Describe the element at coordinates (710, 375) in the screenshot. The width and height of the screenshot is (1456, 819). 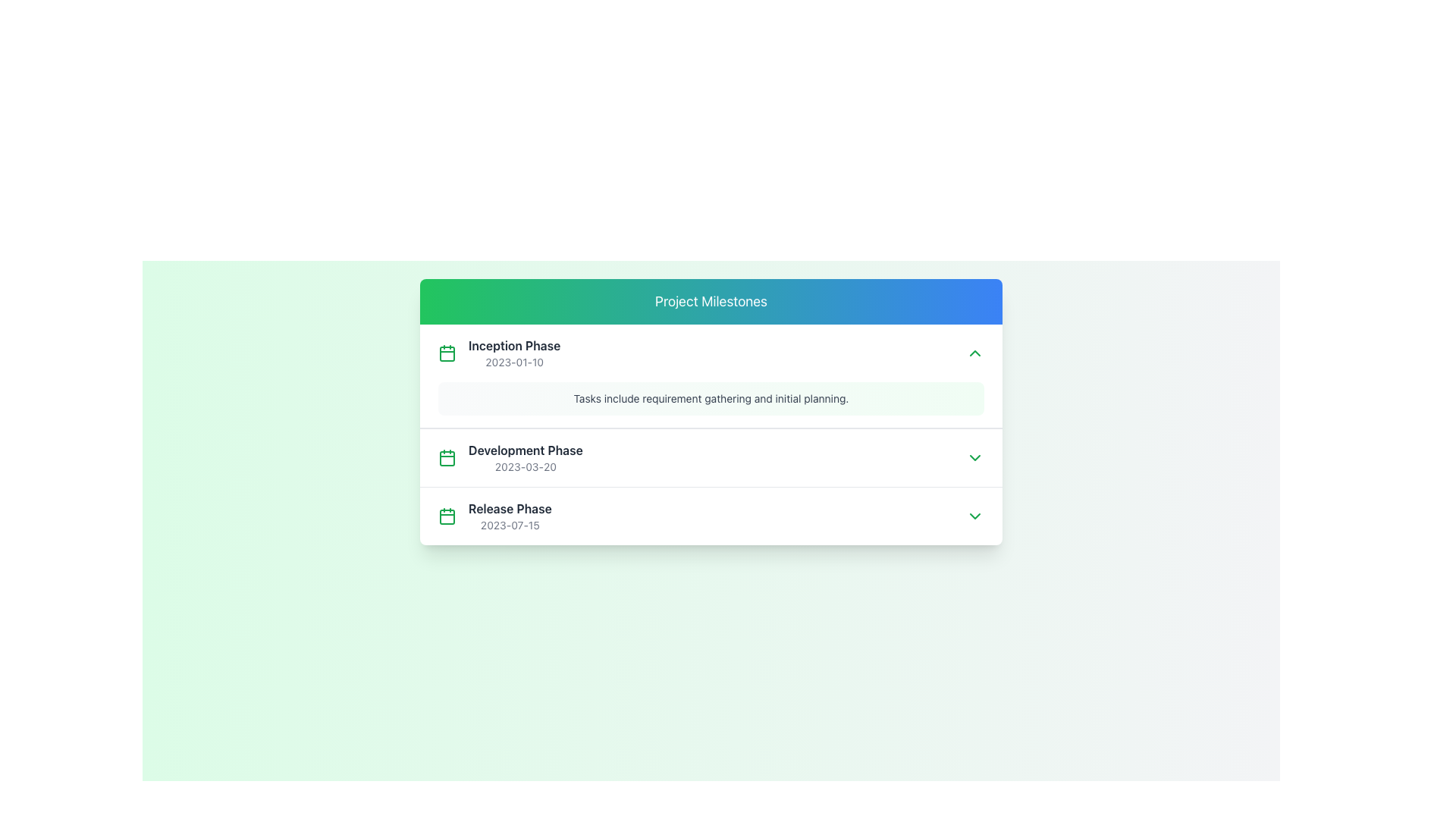
I see `the first expandable list item in the 'Project Milestones' section` at that location.